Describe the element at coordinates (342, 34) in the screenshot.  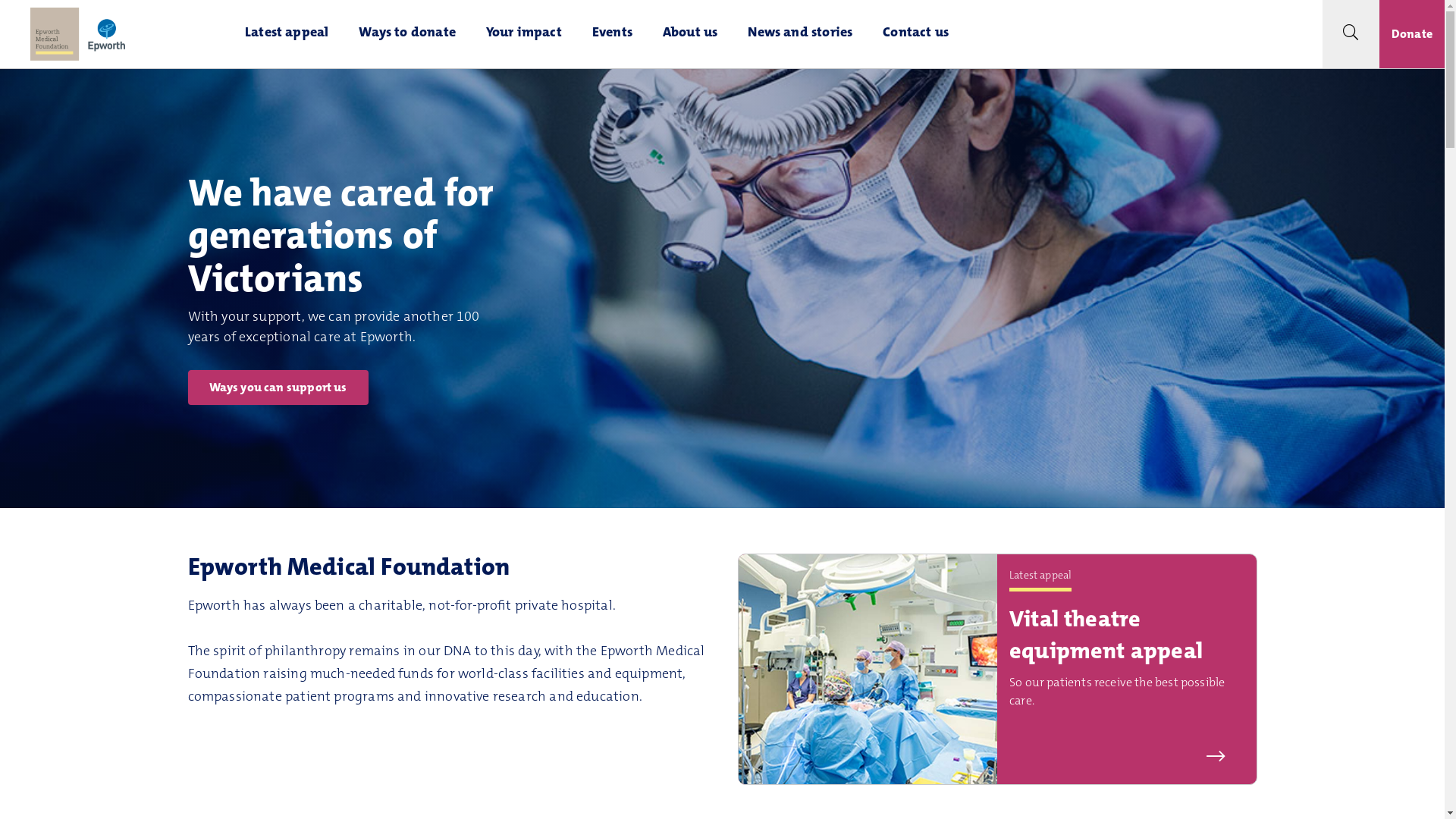
I see `'Ways to donate'` at that location.